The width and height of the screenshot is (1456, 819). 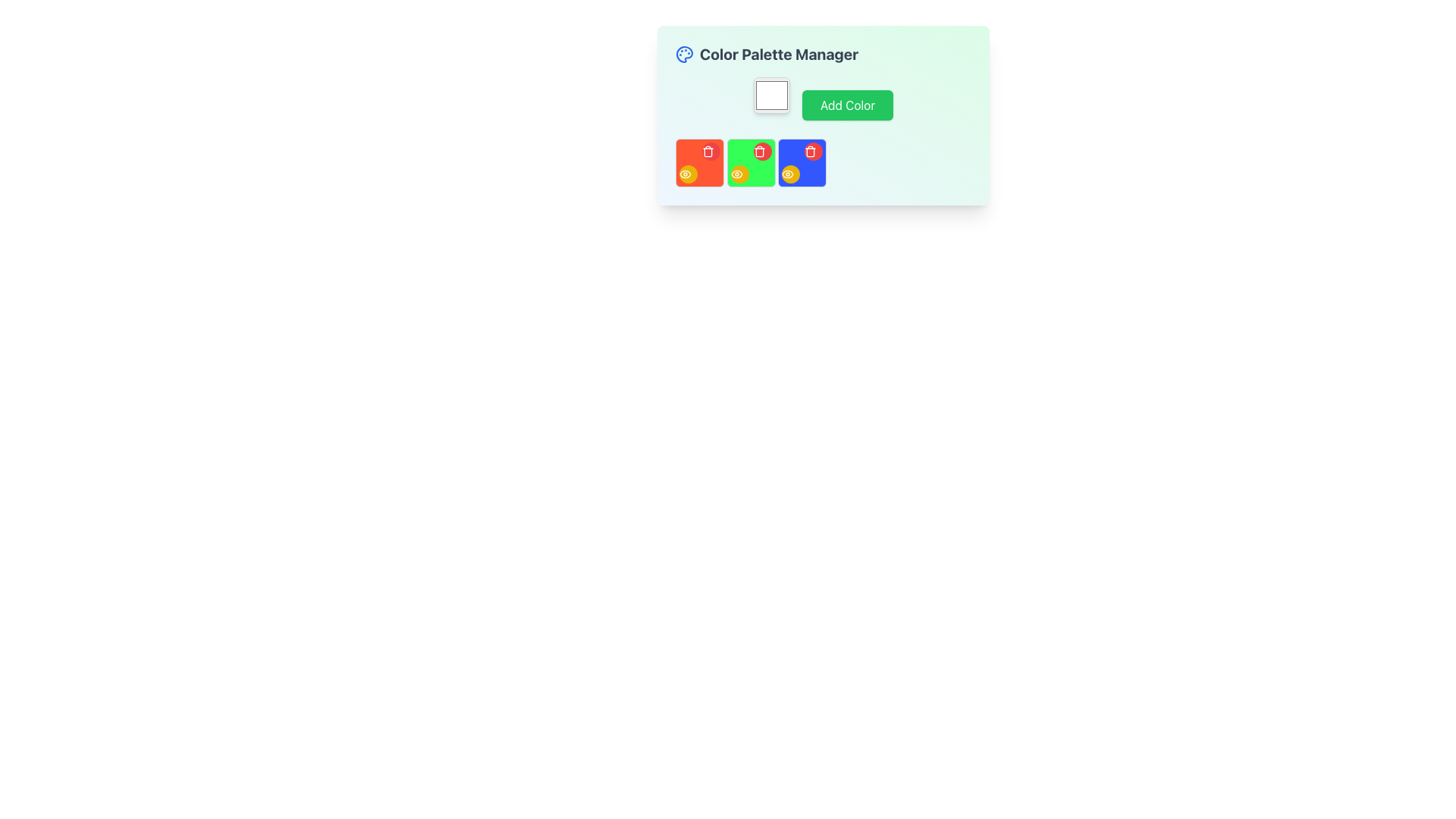 What do you see at coordinates (683, 54) in the screenshot?
I see `the SVG graphic element resembling a palette located above the title 'Color Palette Manager' in the top-left corner of the interface` at bounding box center [683, 54].